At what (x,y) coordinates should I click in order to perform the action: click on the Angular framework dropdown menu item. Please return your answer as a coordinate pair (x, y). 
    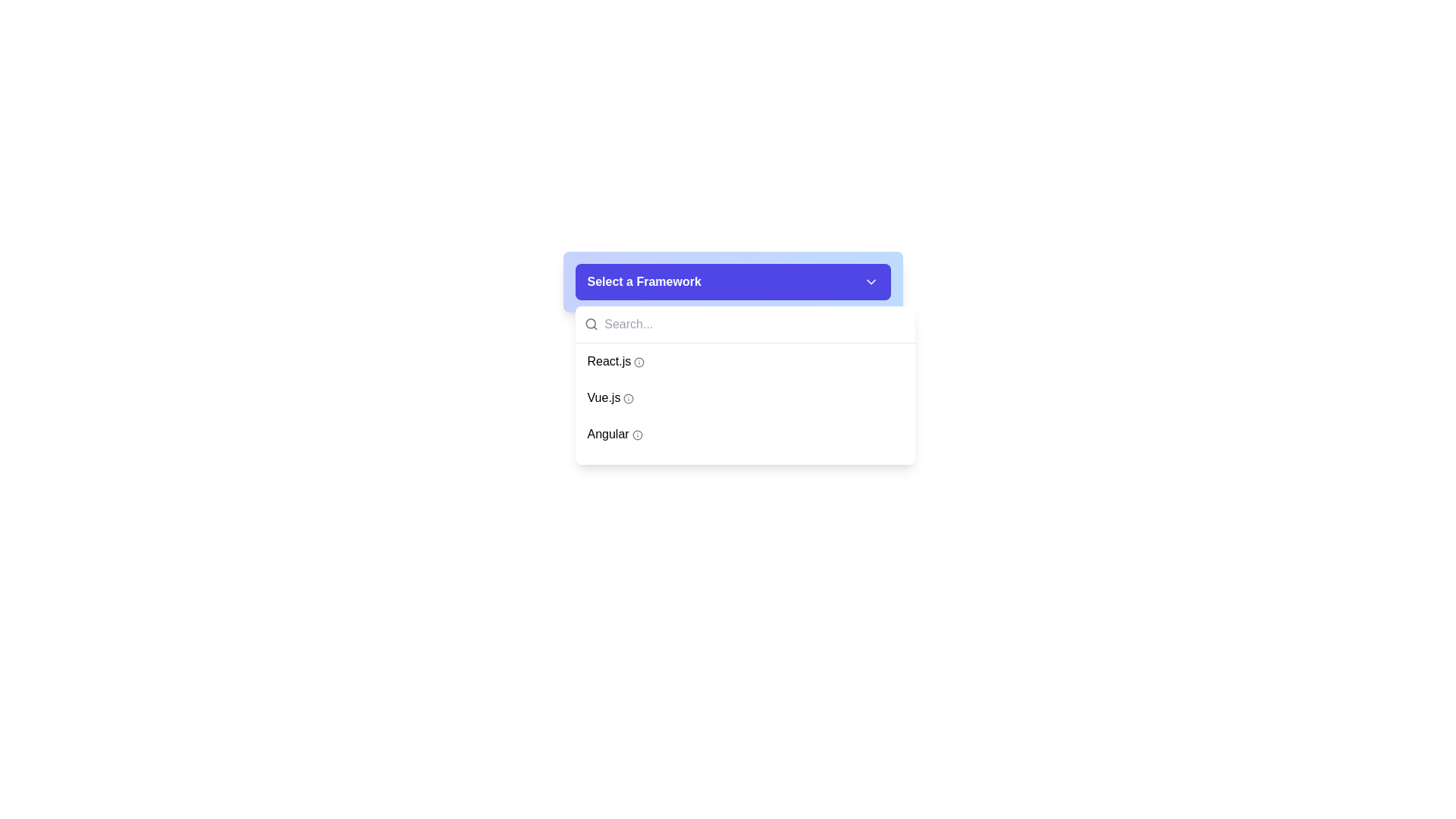
    Looking at the image, I should click on (615, 435).